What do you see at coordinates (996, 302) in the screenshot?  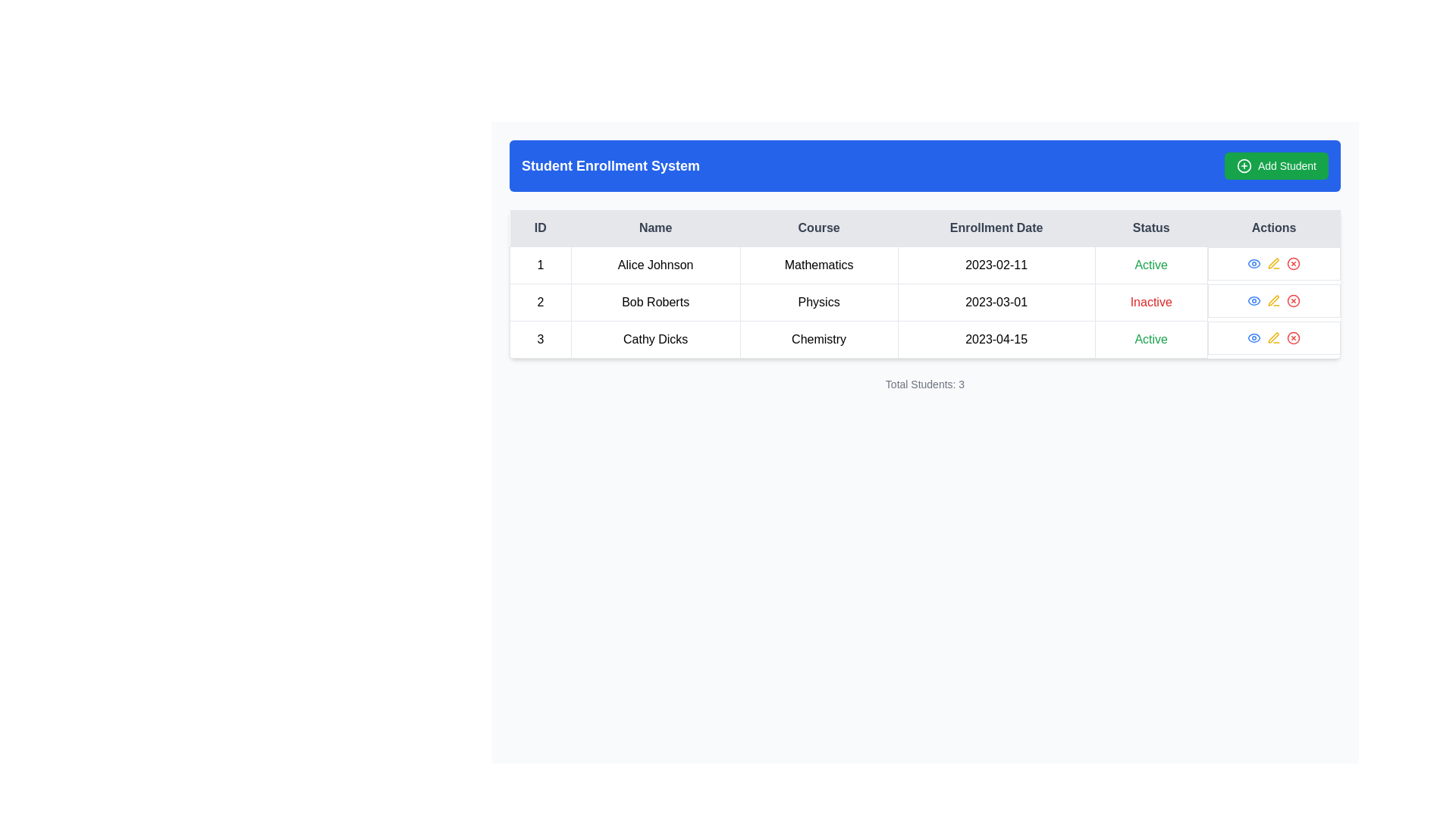 I see `the text label displaying the enrollment date for user 'Bob Roberts' in the second row of the data table, located in the fourth column` at bounding box center [996, 302].